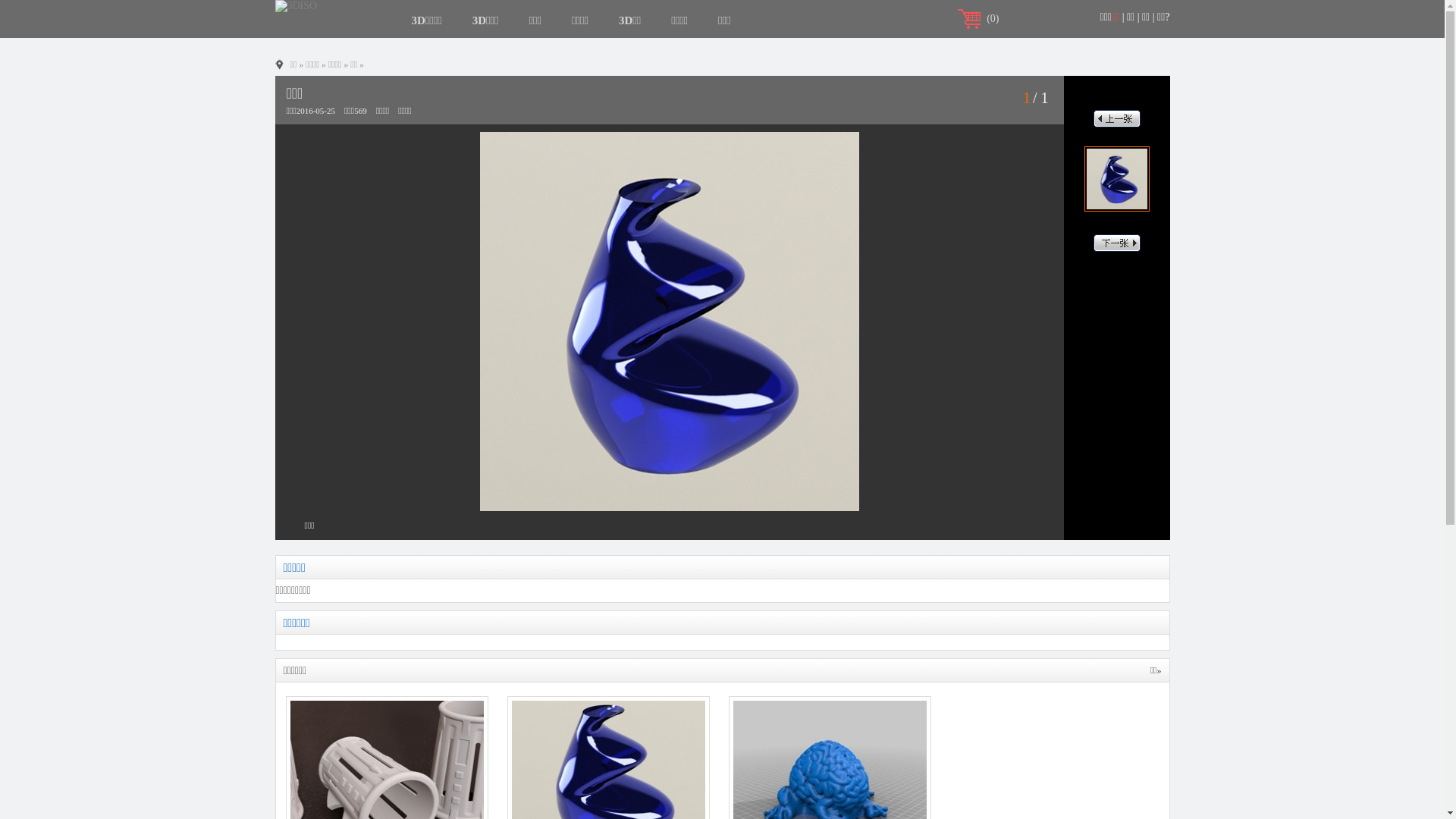 The image size is (1456, 819). Describe the element at coordinates (993, 18) in the screenshot. I see `'(0)'` at that location.